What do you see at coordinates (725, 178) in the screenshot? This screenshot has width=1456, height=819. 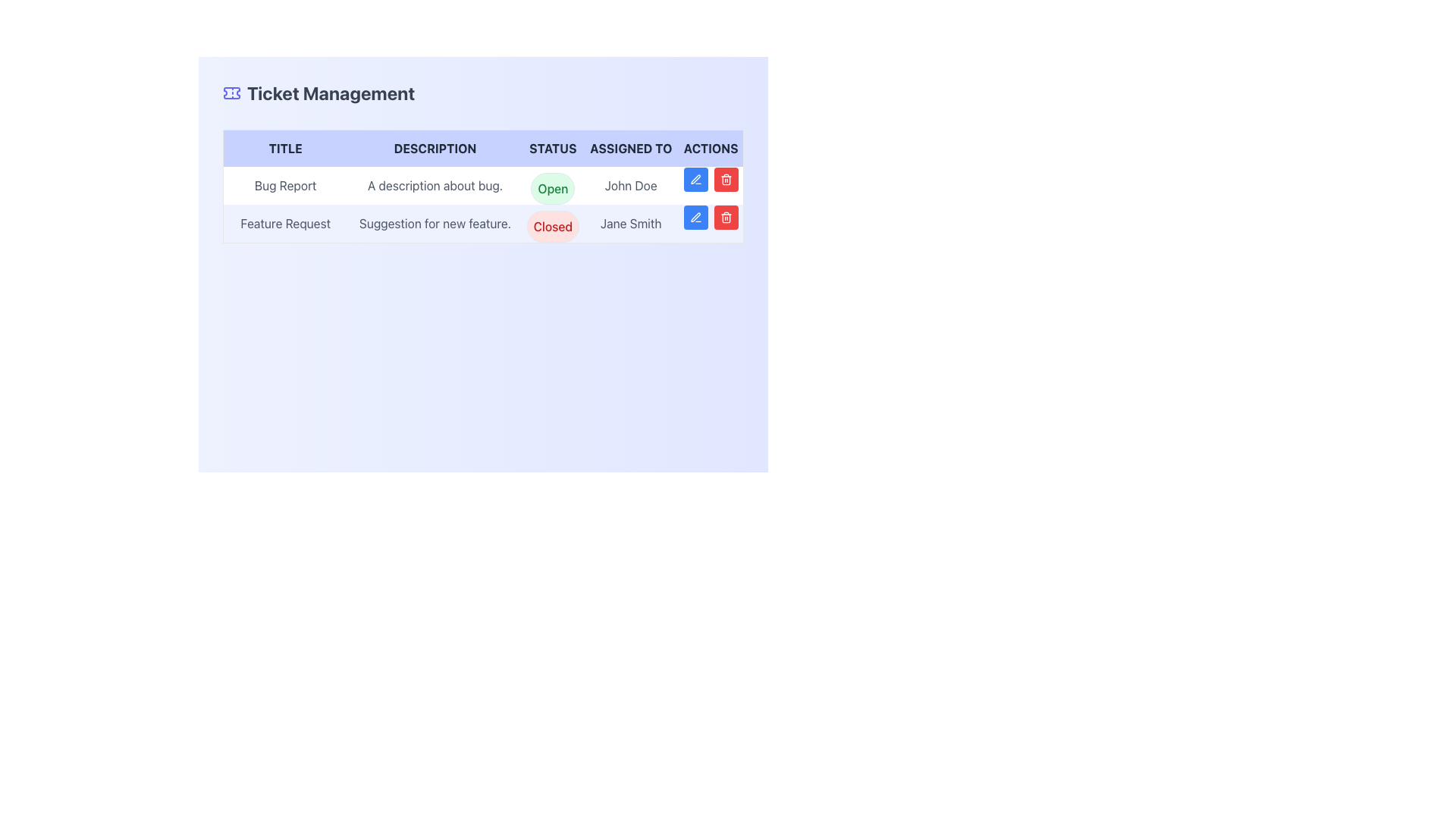 I see `the delete button located in the second row of the table in the 'Actions' column` at bounding box center [725, 178].